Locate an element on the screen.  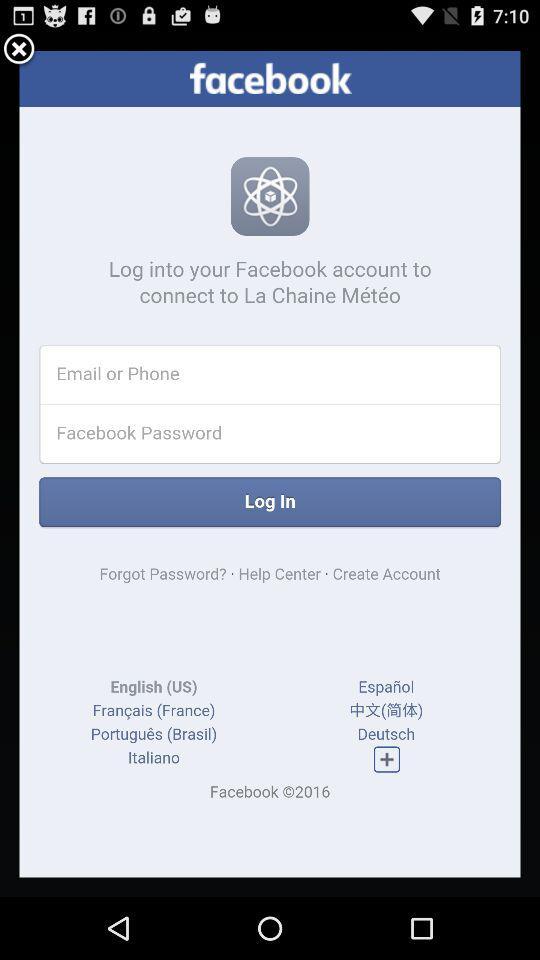
app is located at coordinates (18, 49).